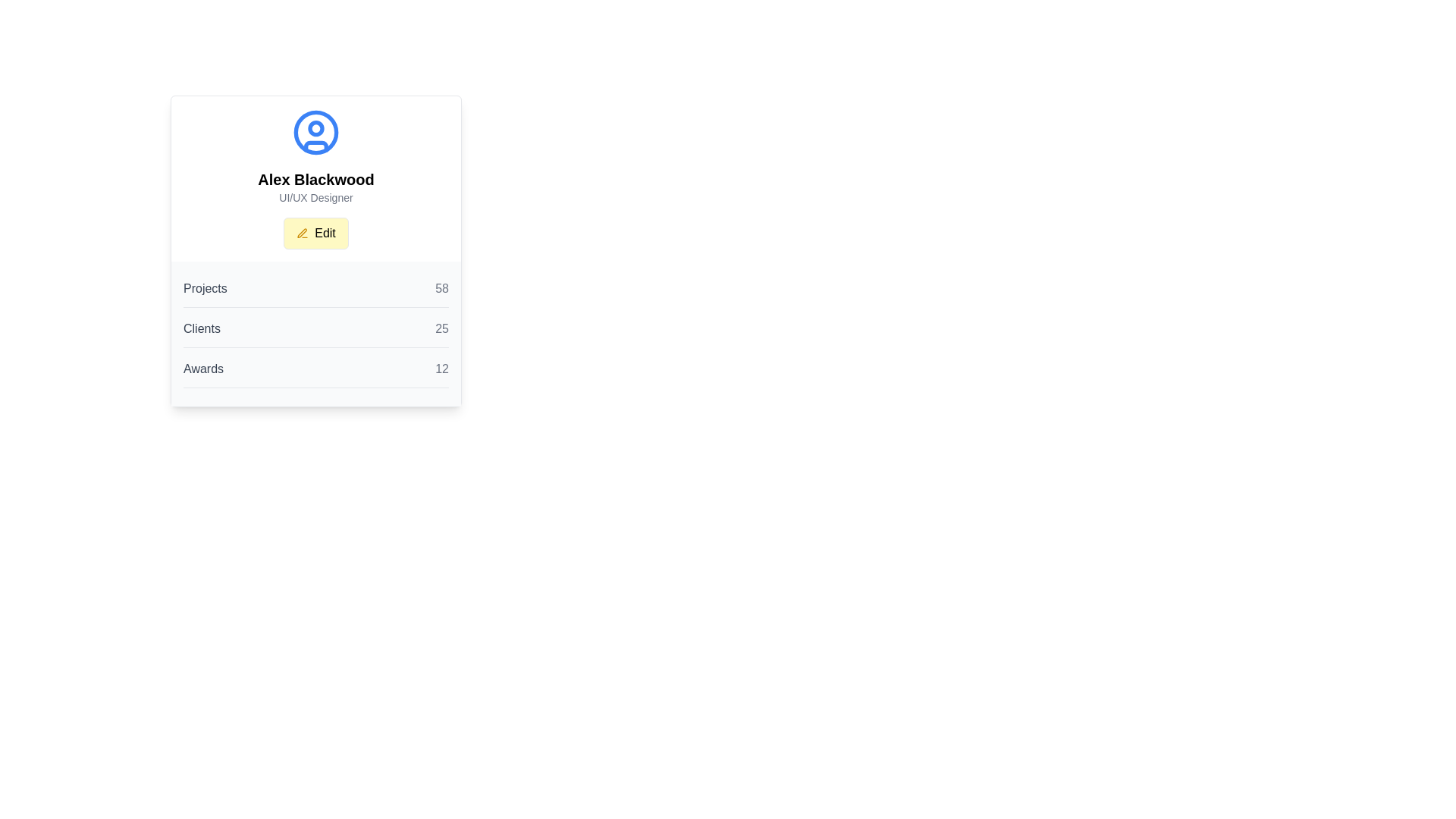 The image size is (1456, 819). What do you see at coordinates (202, 369) in the screenshot?
I see `the 'Awards' text label` at bounding box center [202, 369].